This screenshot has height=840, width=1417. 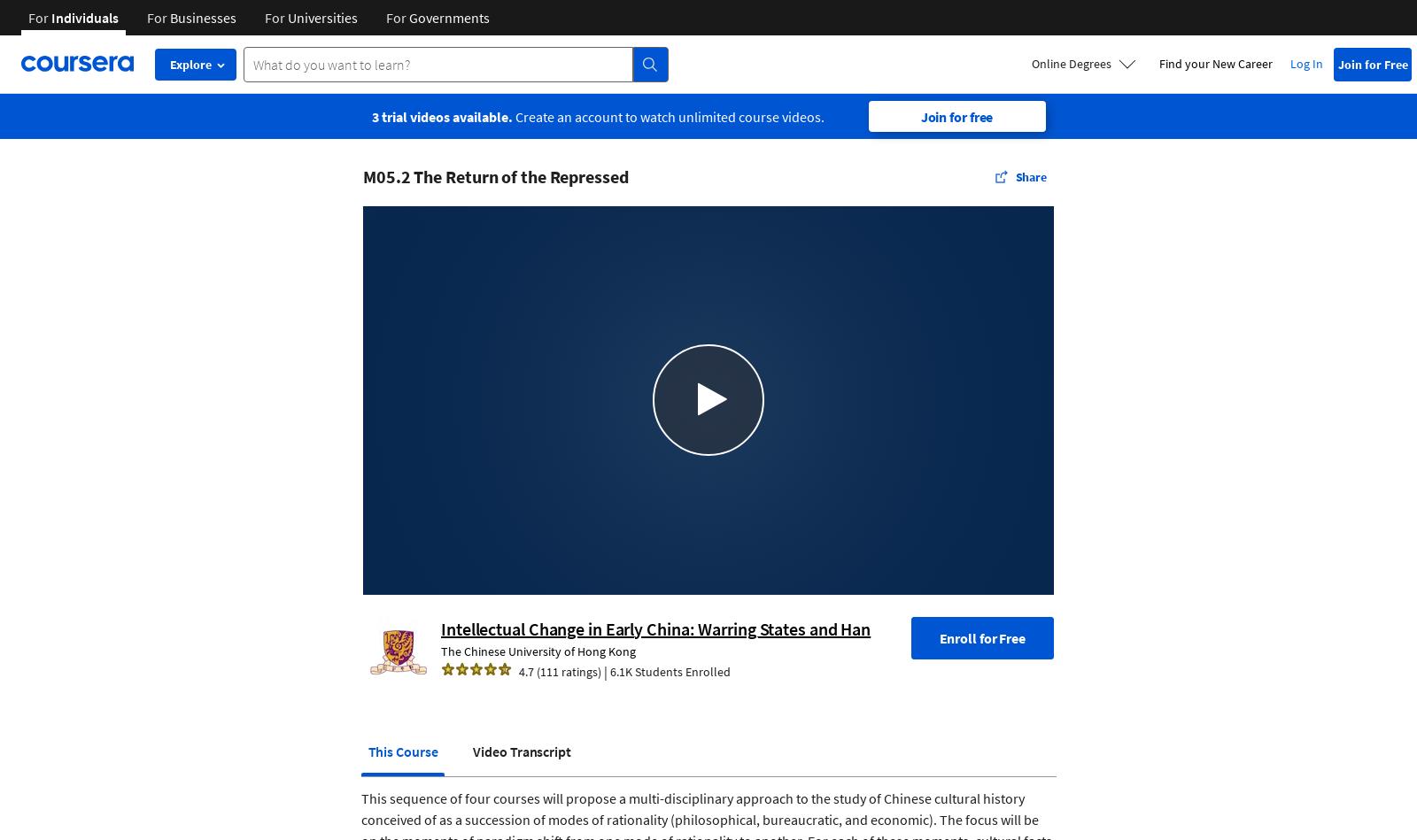 What do you see at coordinates (440, 115) in the screenshot?
I see `'3 trial videos available.'` at bounding box center [440, 115].